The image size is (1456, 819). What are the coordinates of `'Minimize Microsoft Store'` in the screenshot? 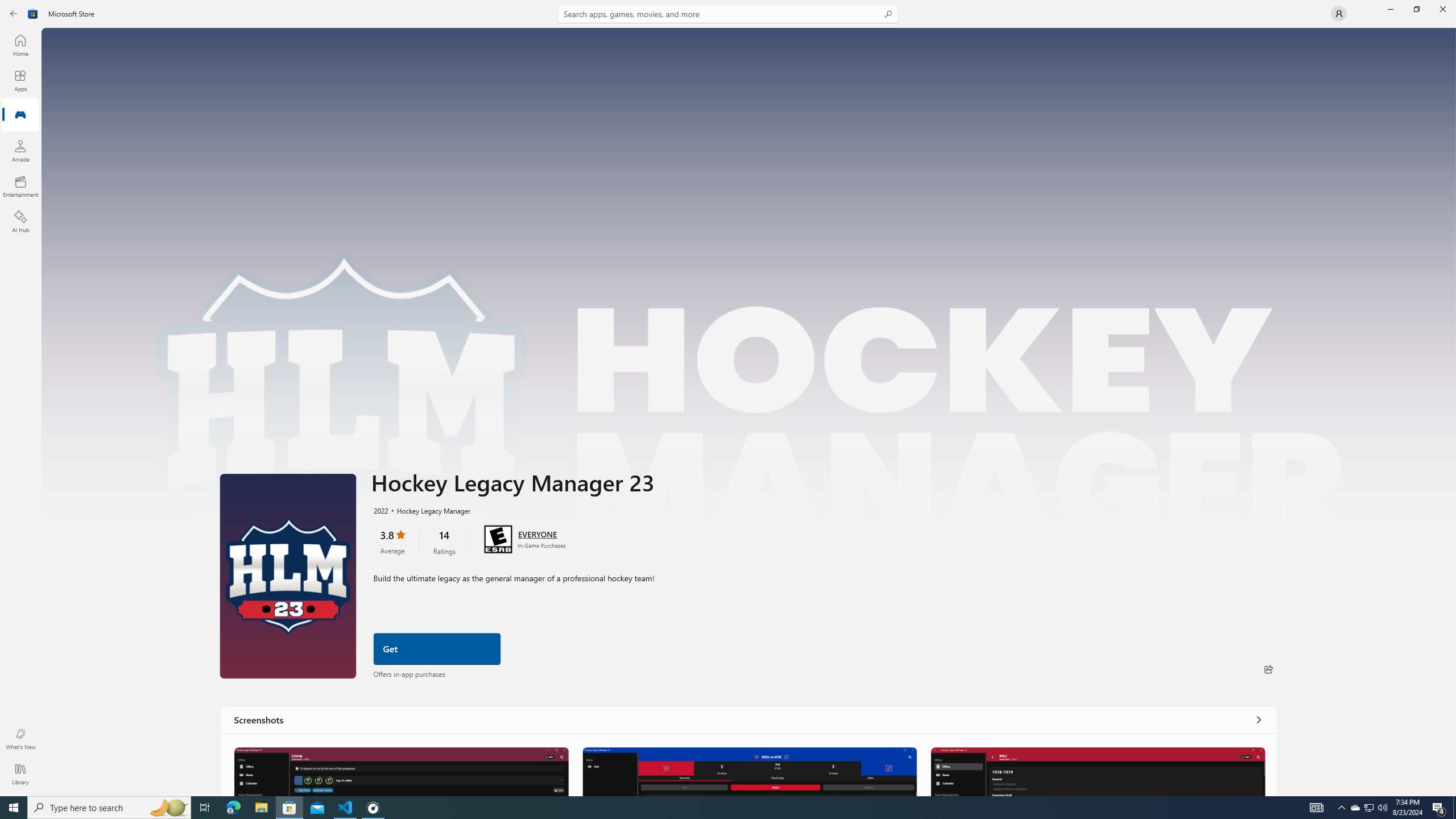 It's located at (1389, 9).